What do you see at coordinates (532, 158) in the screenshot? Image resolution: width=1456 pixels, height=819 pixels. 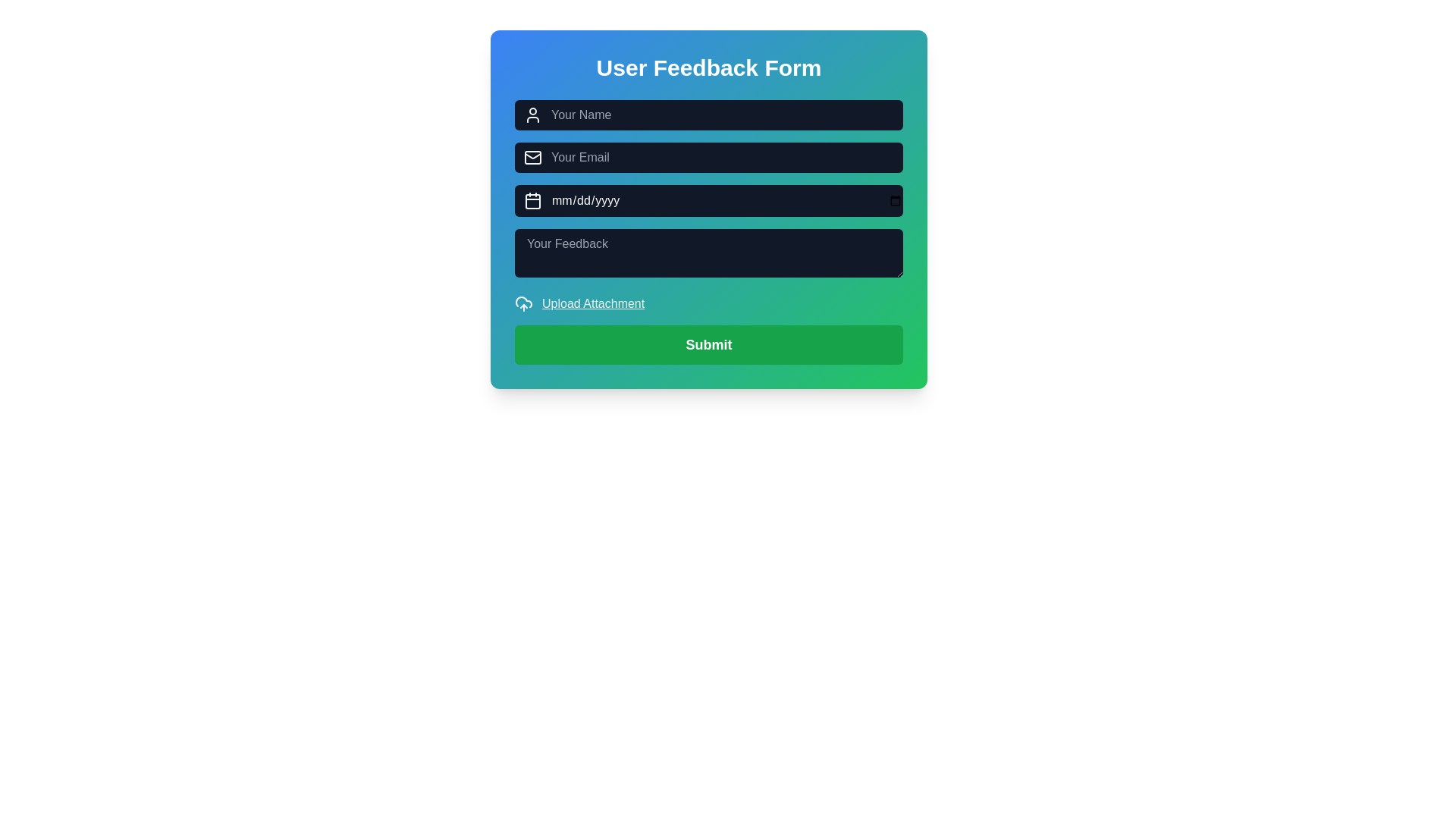 I see `the envelope icon that symbolizes email, located to the left of the email input field in the user feedback form` at bounding box center [532, 158].